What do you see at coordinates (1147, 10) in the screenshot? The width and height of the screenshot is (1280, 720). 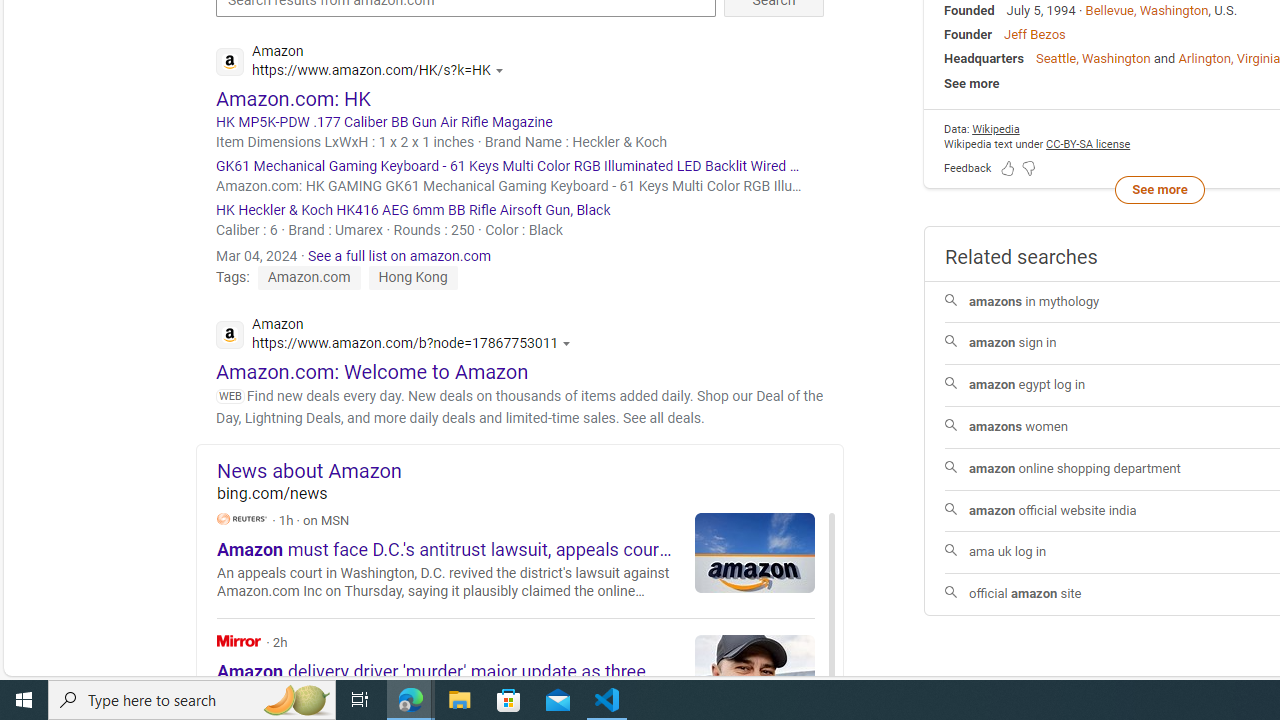 I see `'Bellevue, Washington'` at bounding box center [1147, 10].